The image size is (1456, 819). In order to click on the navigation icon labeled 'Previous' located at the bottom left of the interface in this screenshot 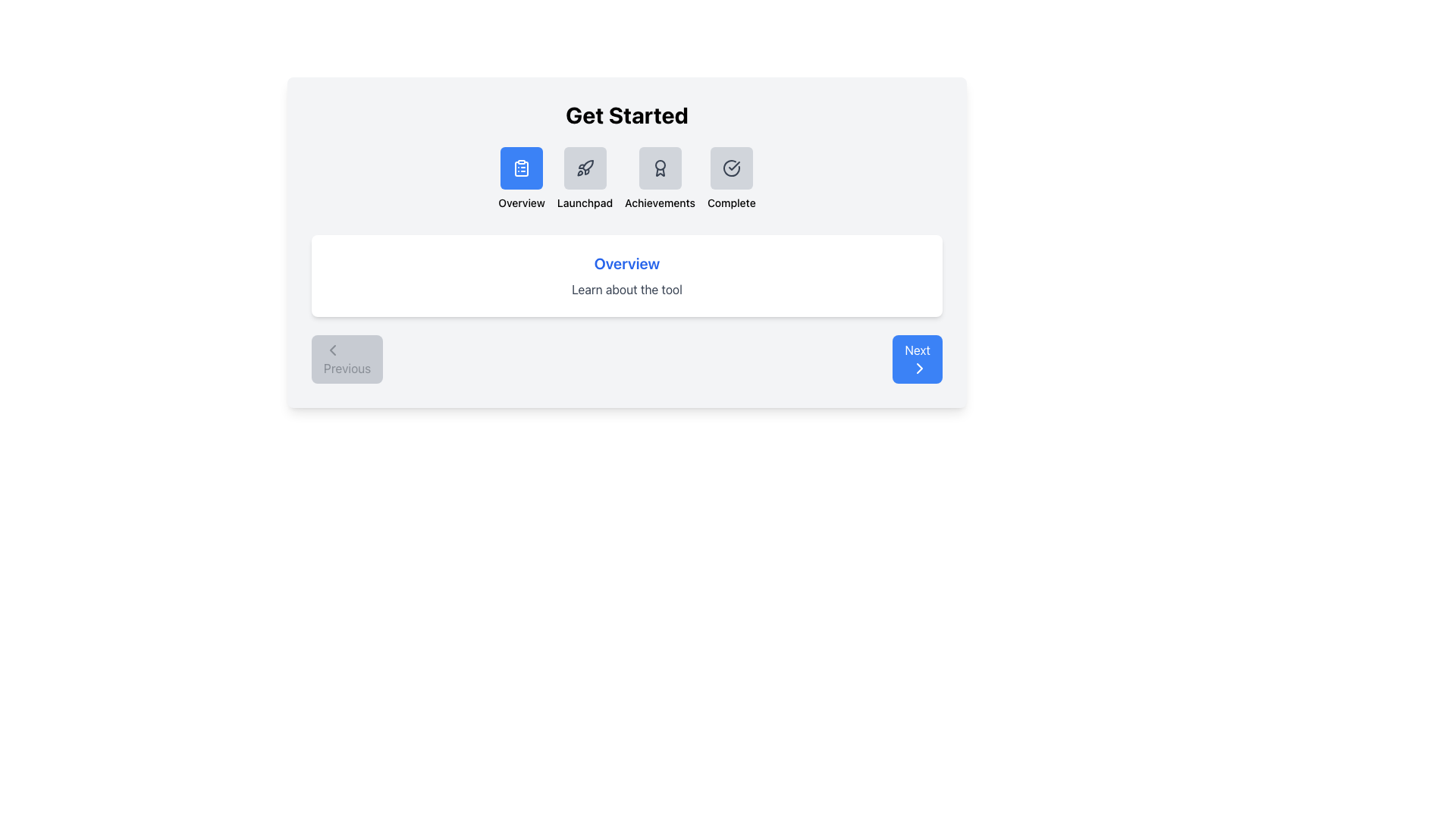, I will do `click(331, 350)`.